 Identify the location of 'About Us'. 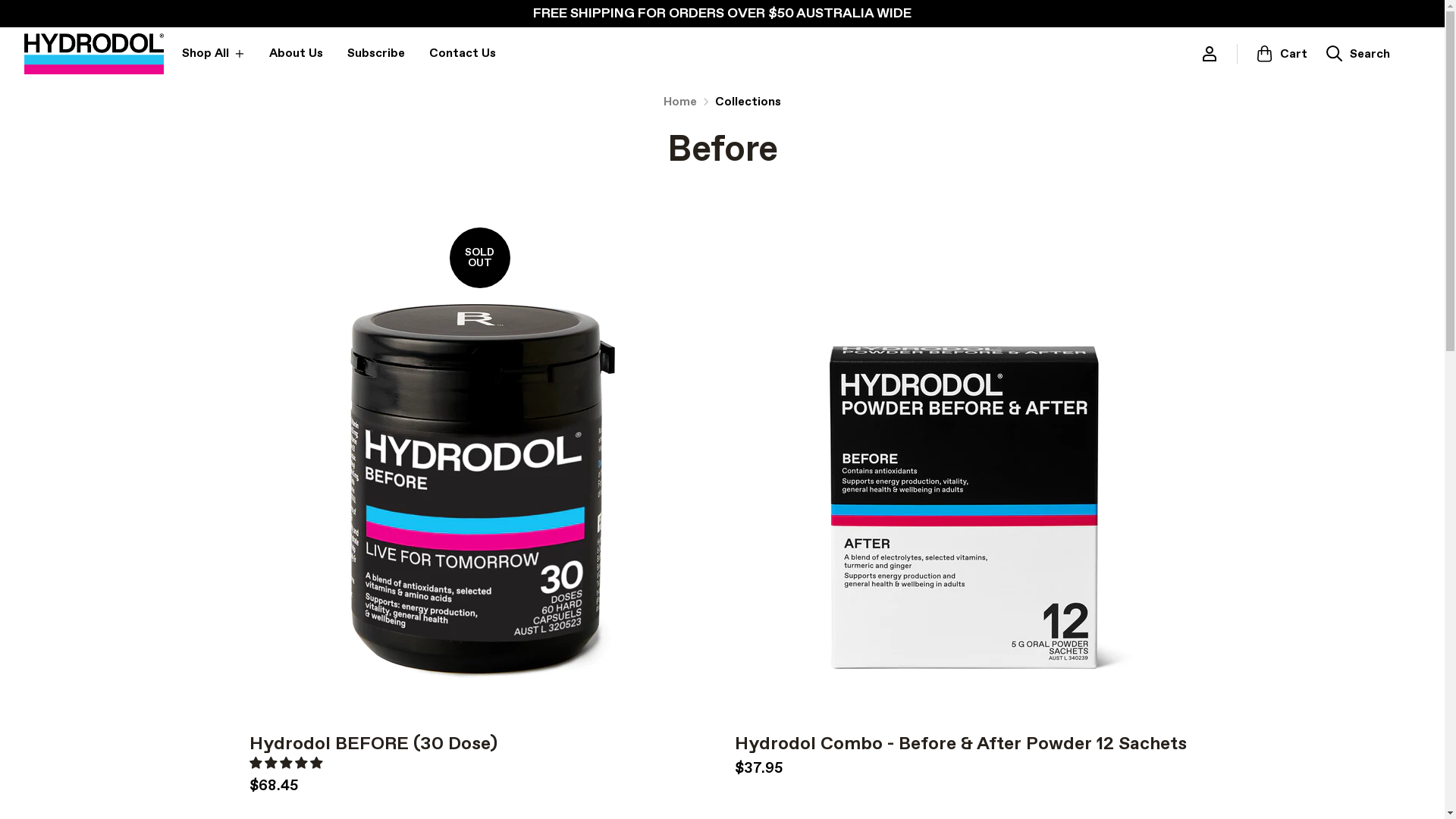
(296, 52).